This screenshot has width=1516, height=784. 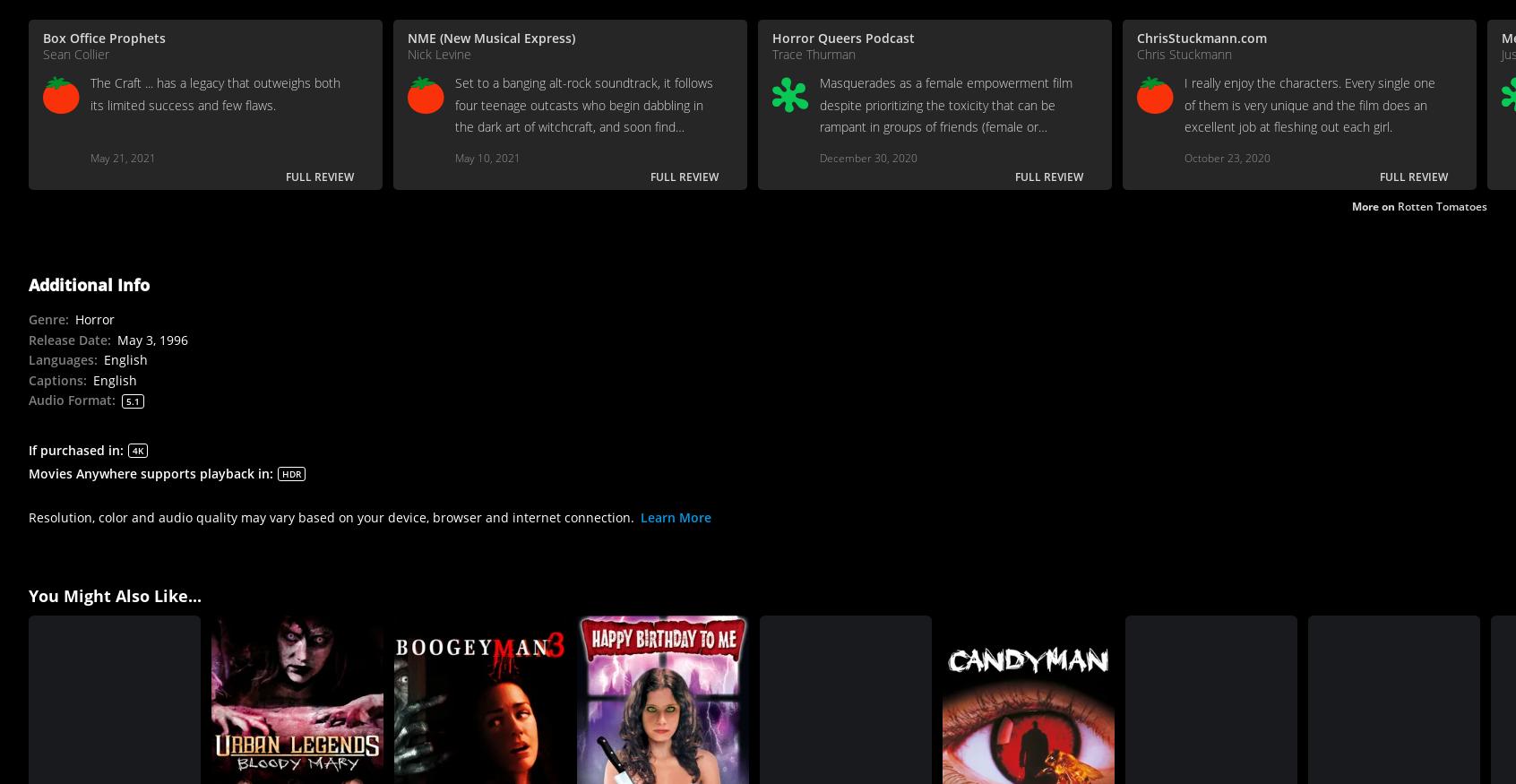 I want to click on 'Trace Thurman', so click(x=813, y=52).